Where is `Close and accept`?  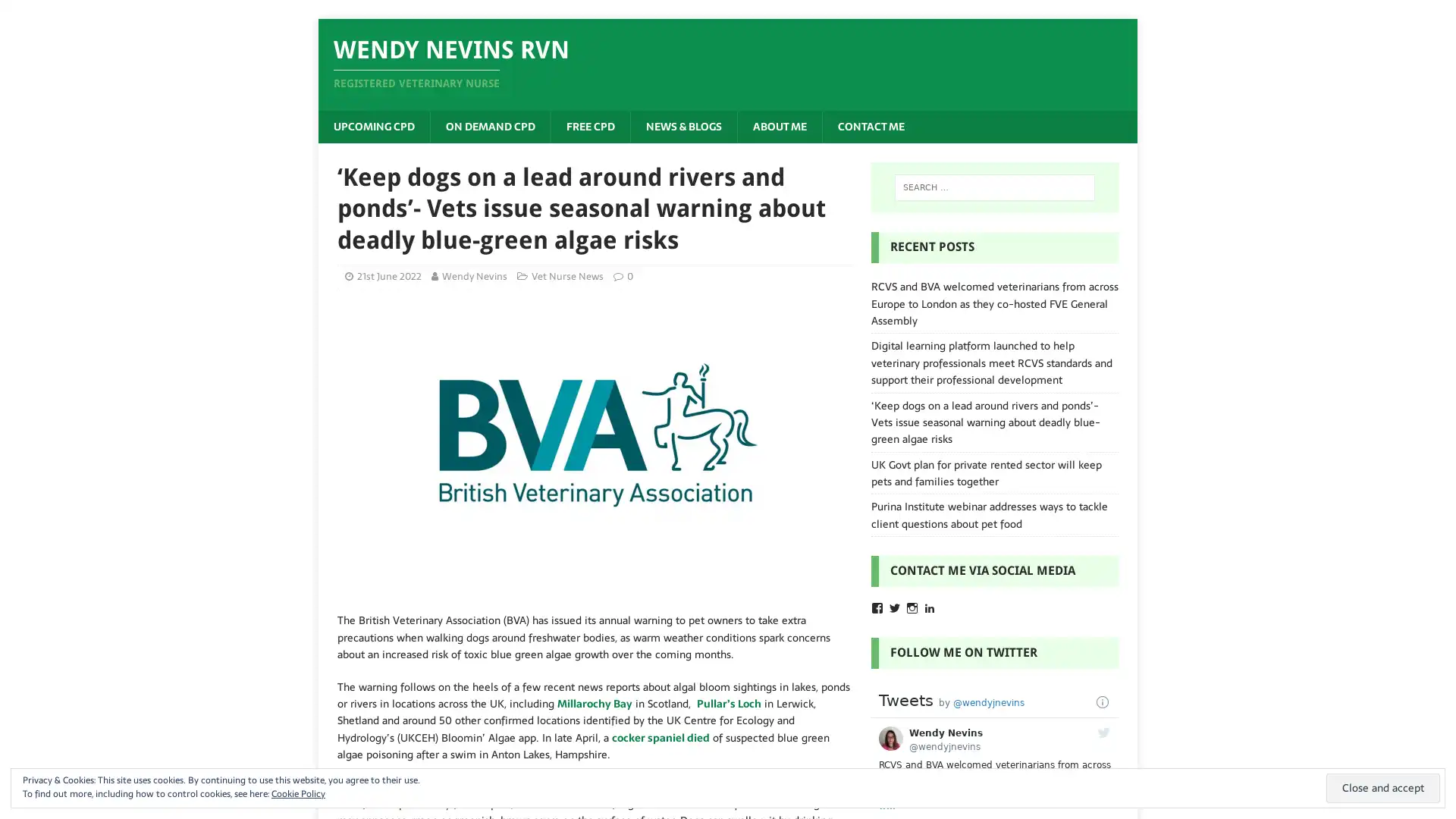 Close and accept is located at coordinates (1383, 787).